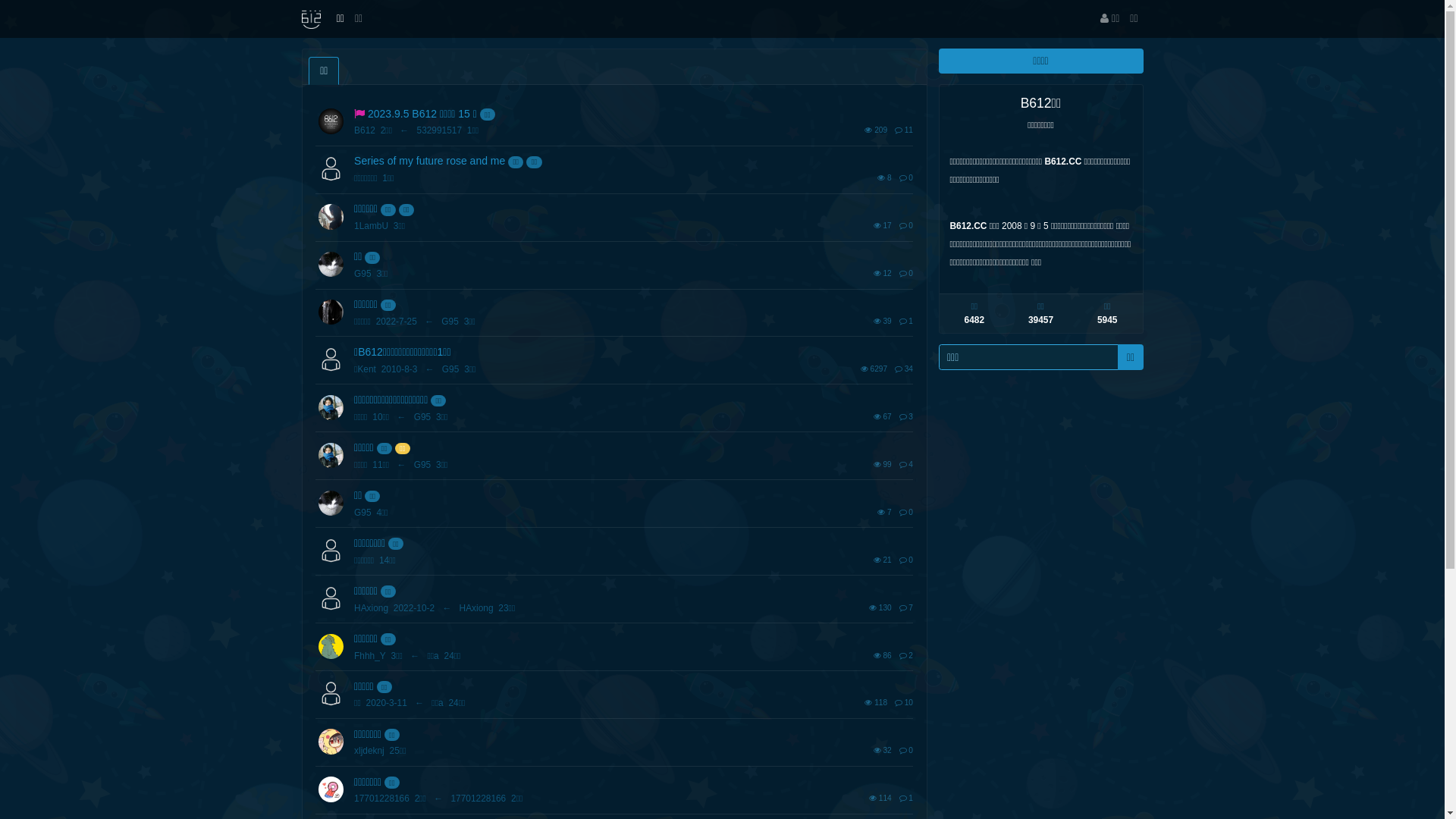 The height and width of the screenshot is (819, 1456). I want to click on 'Series of my future rose and me', so click(428, 161).